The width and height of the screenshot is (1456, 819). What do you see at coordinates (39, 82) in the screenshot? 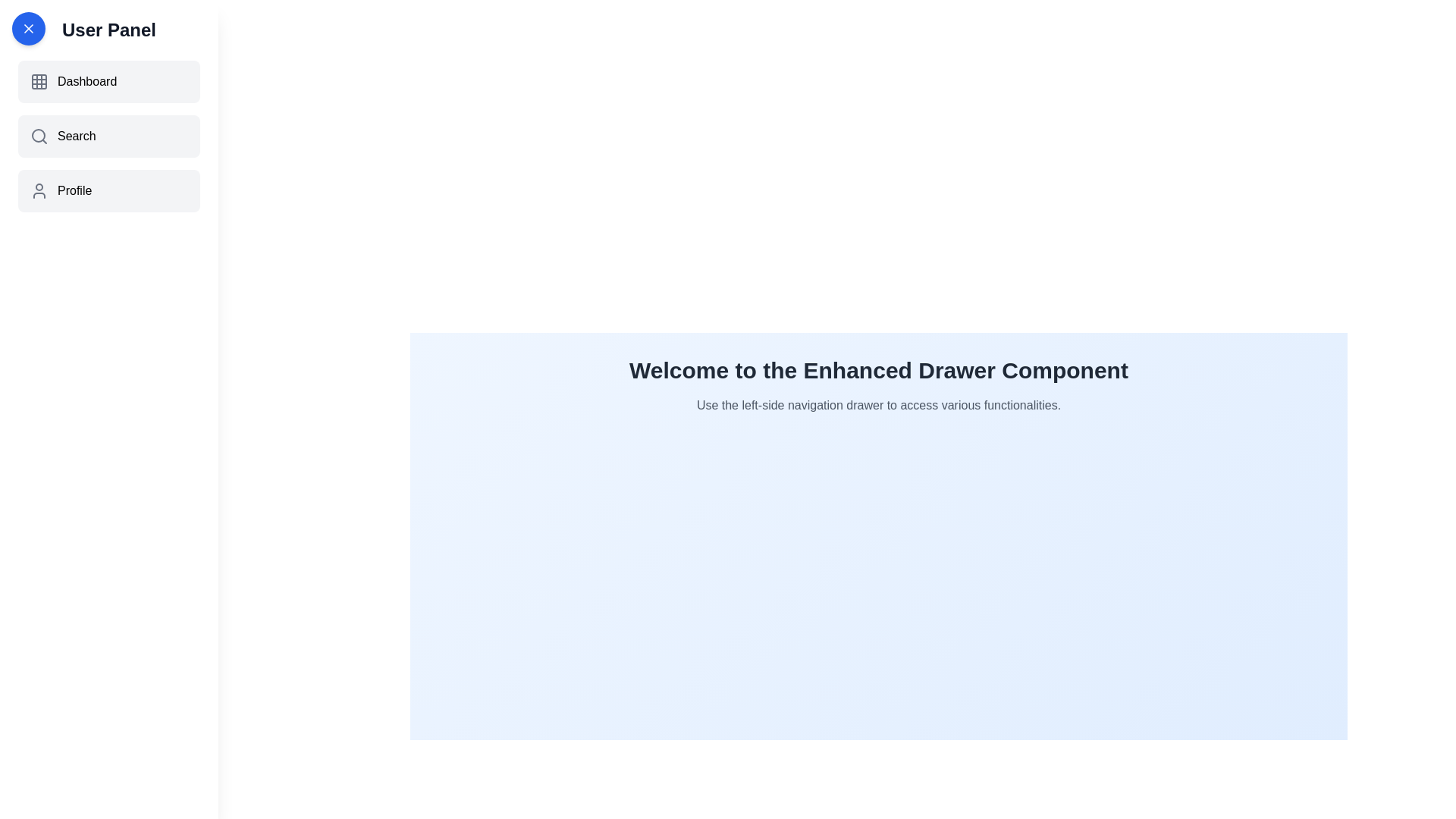
I see `the 3x3 grid icon located at the top of the 'Dashboard' button in the left navigation pane` at bounding box center [39, 82].